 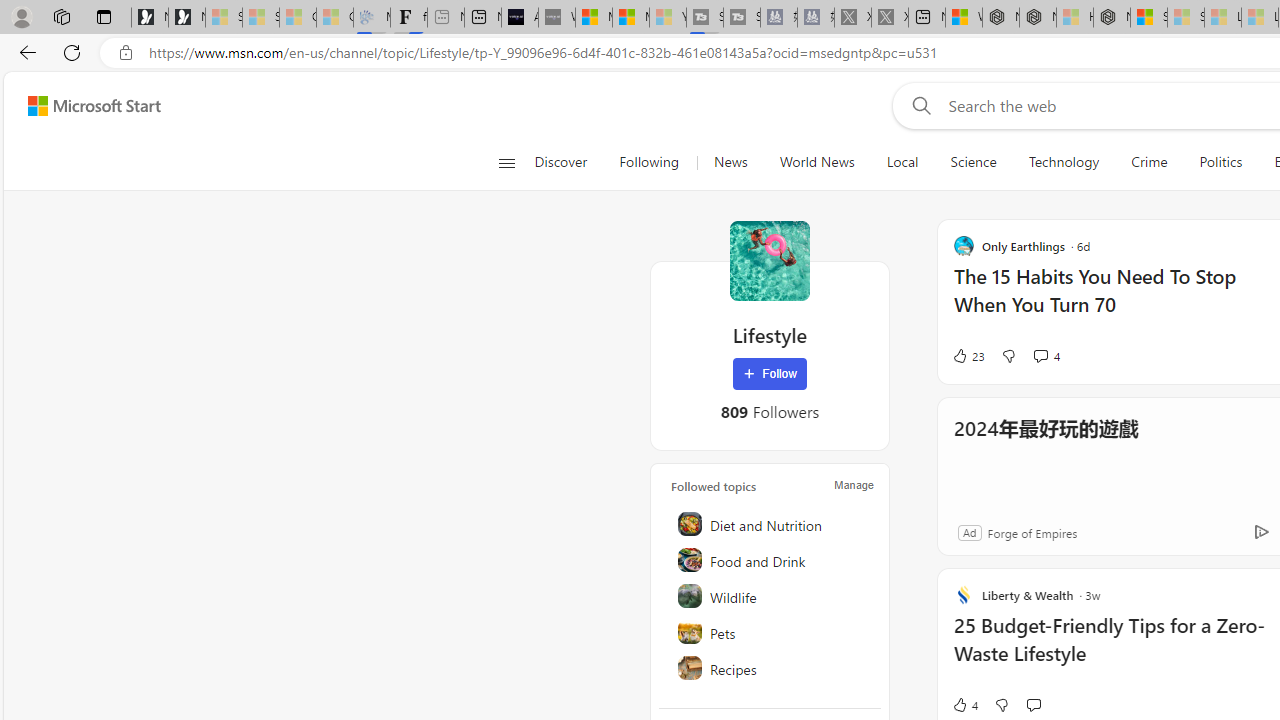 I want to click on 'Following', so click(x=648, y=162).